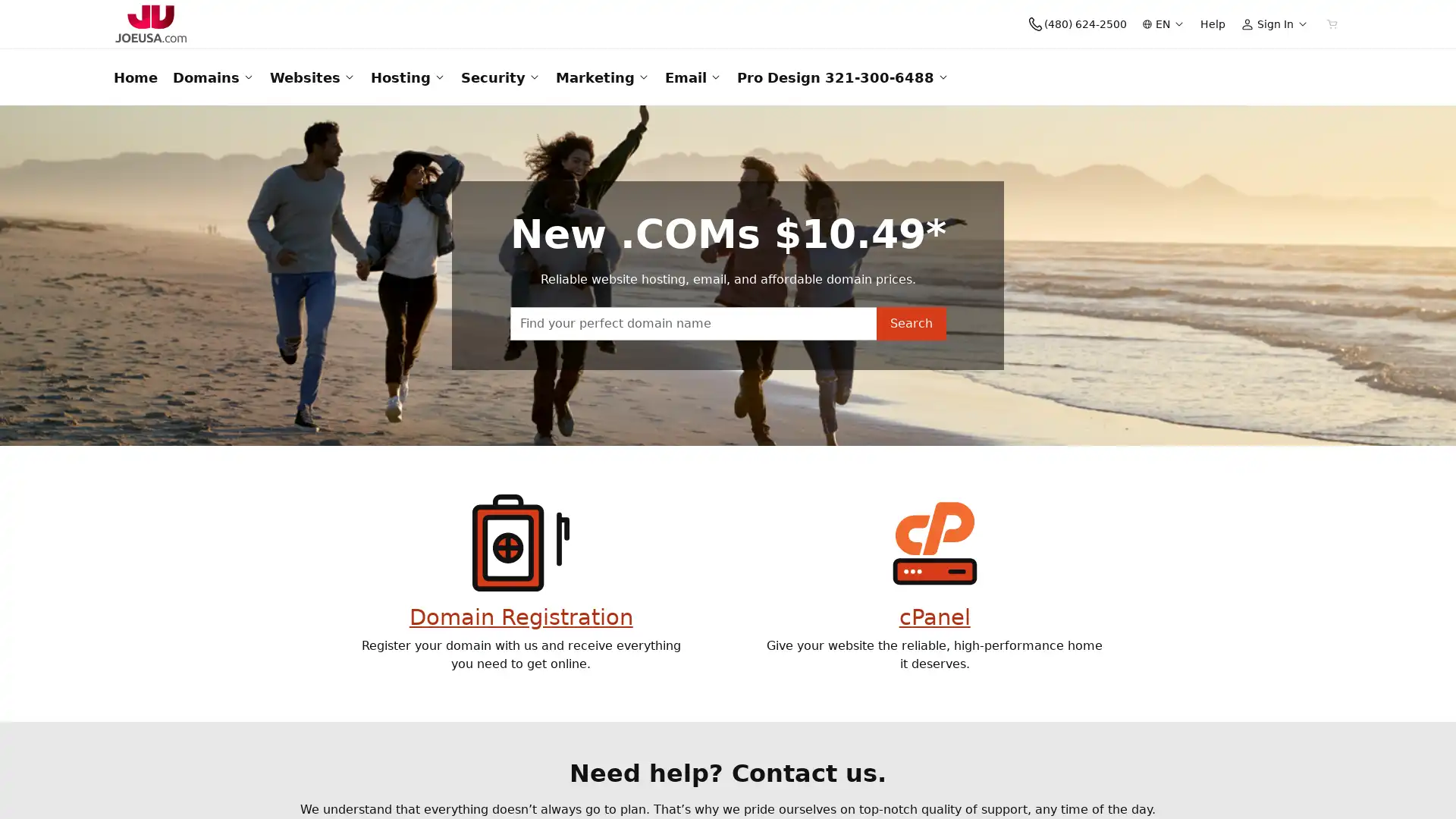 The image size is (1456, 819). Describe the element at coordinates (1147, 783) in the screenshot. I see `Decline` at that location.